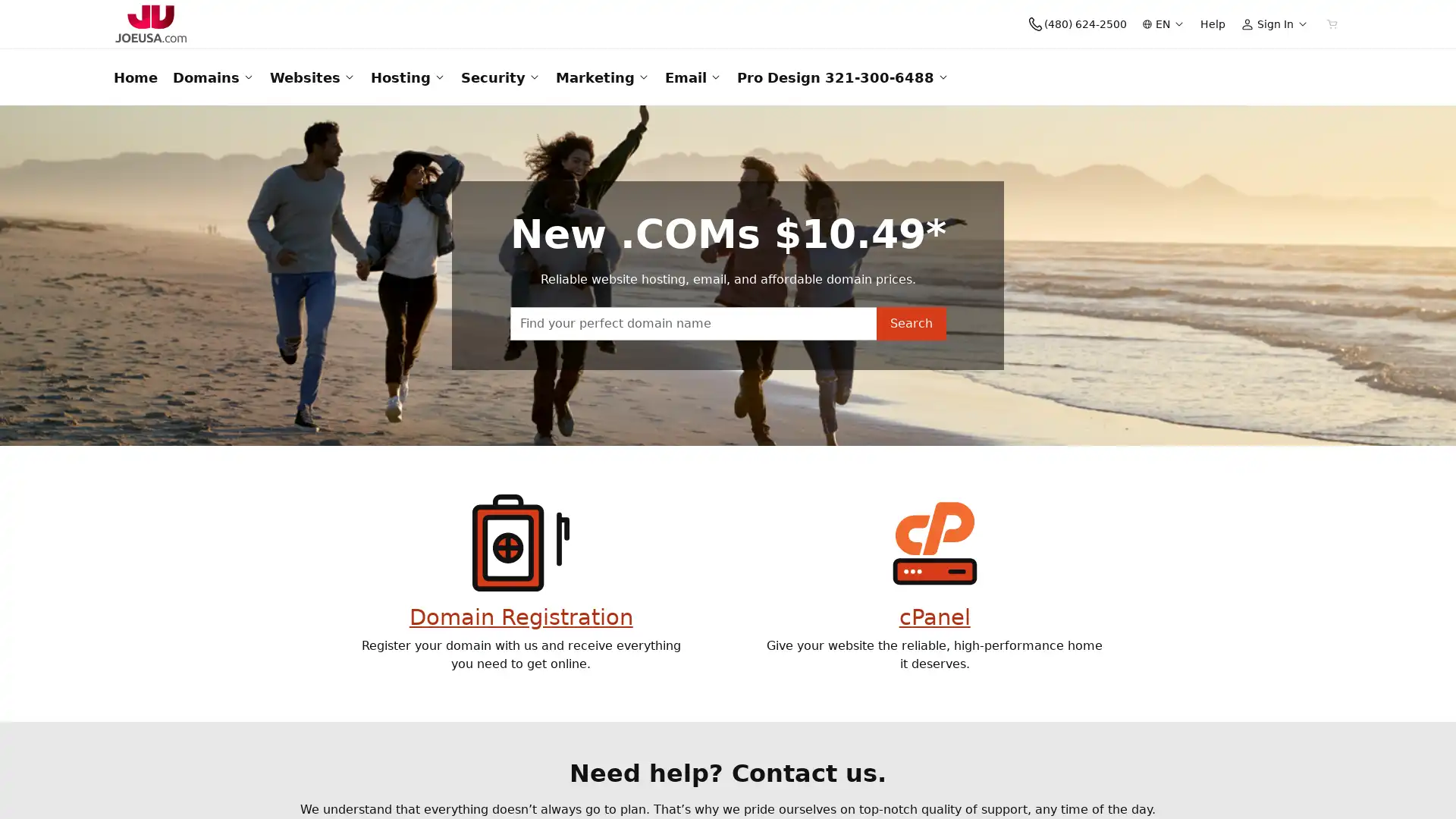 The image size is (1456, 819). Describe the element at coordinates (1147, 783) in the screenshot. I see `Decline` at that location.